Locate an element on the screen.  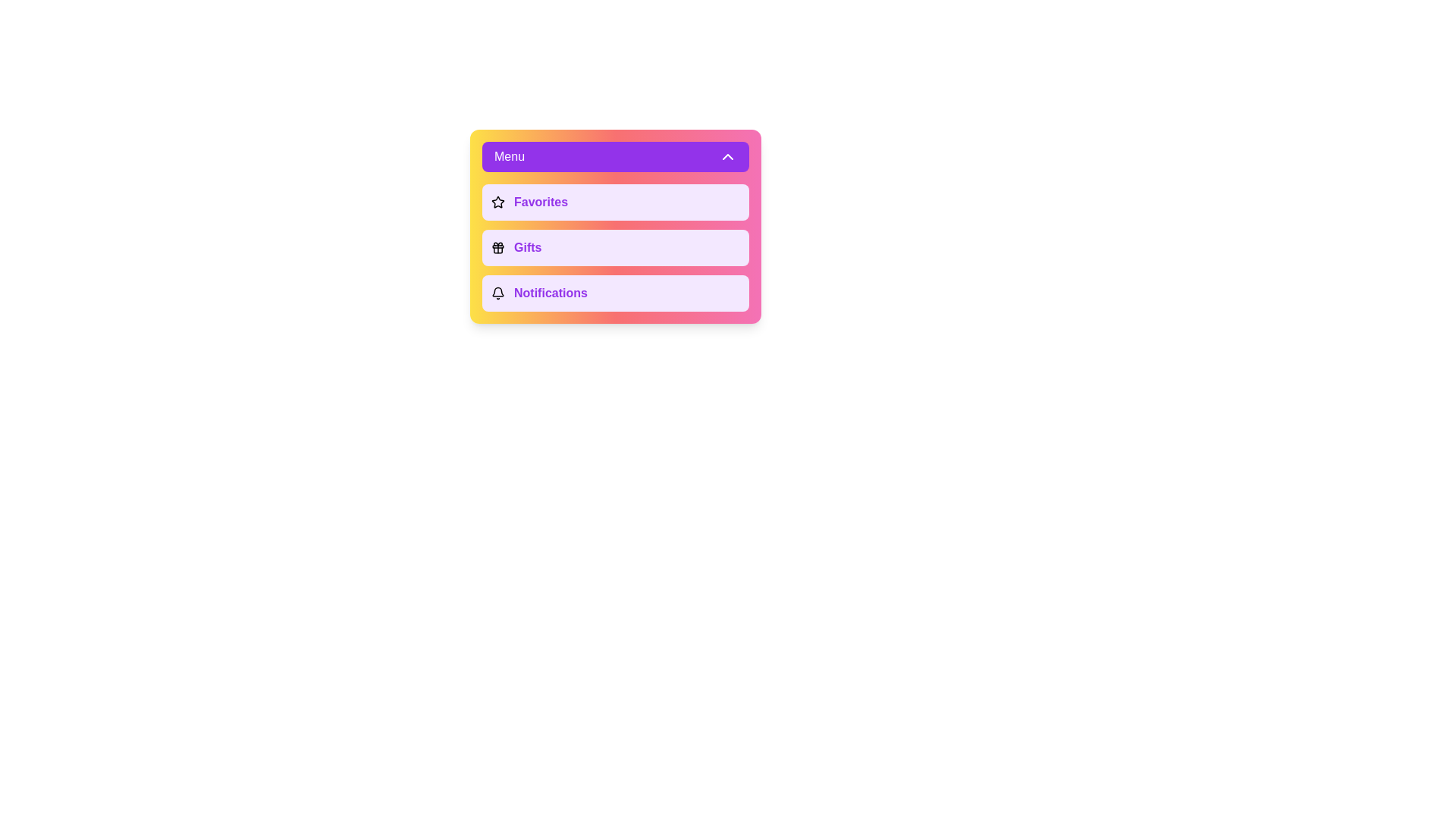
the menu option Favorites to see its hover effect is located at coordinates (615, 201).